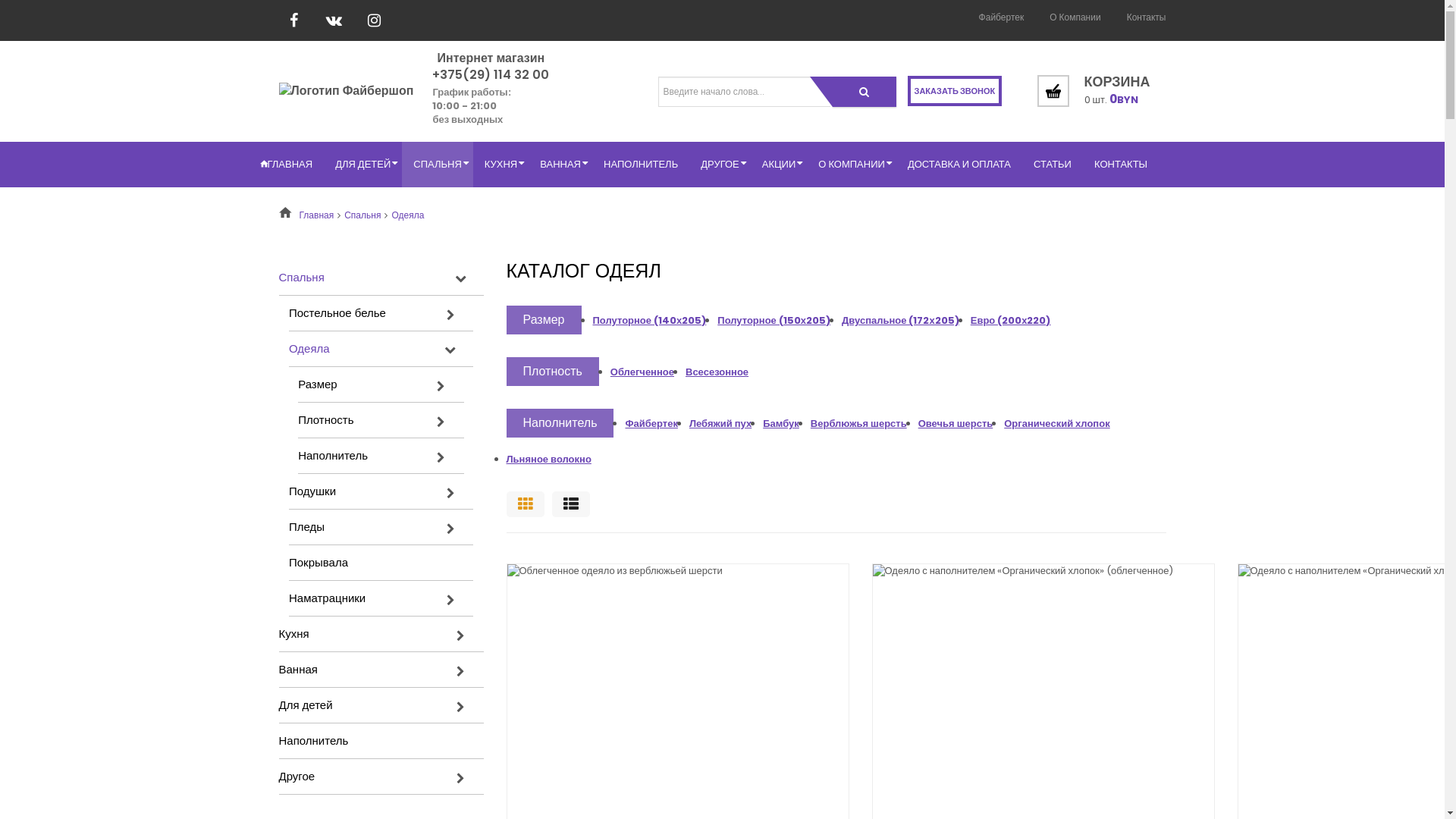  Describe the element at coordinates (359, 20) in the screenshot. I see `'Instagram'` at that location.